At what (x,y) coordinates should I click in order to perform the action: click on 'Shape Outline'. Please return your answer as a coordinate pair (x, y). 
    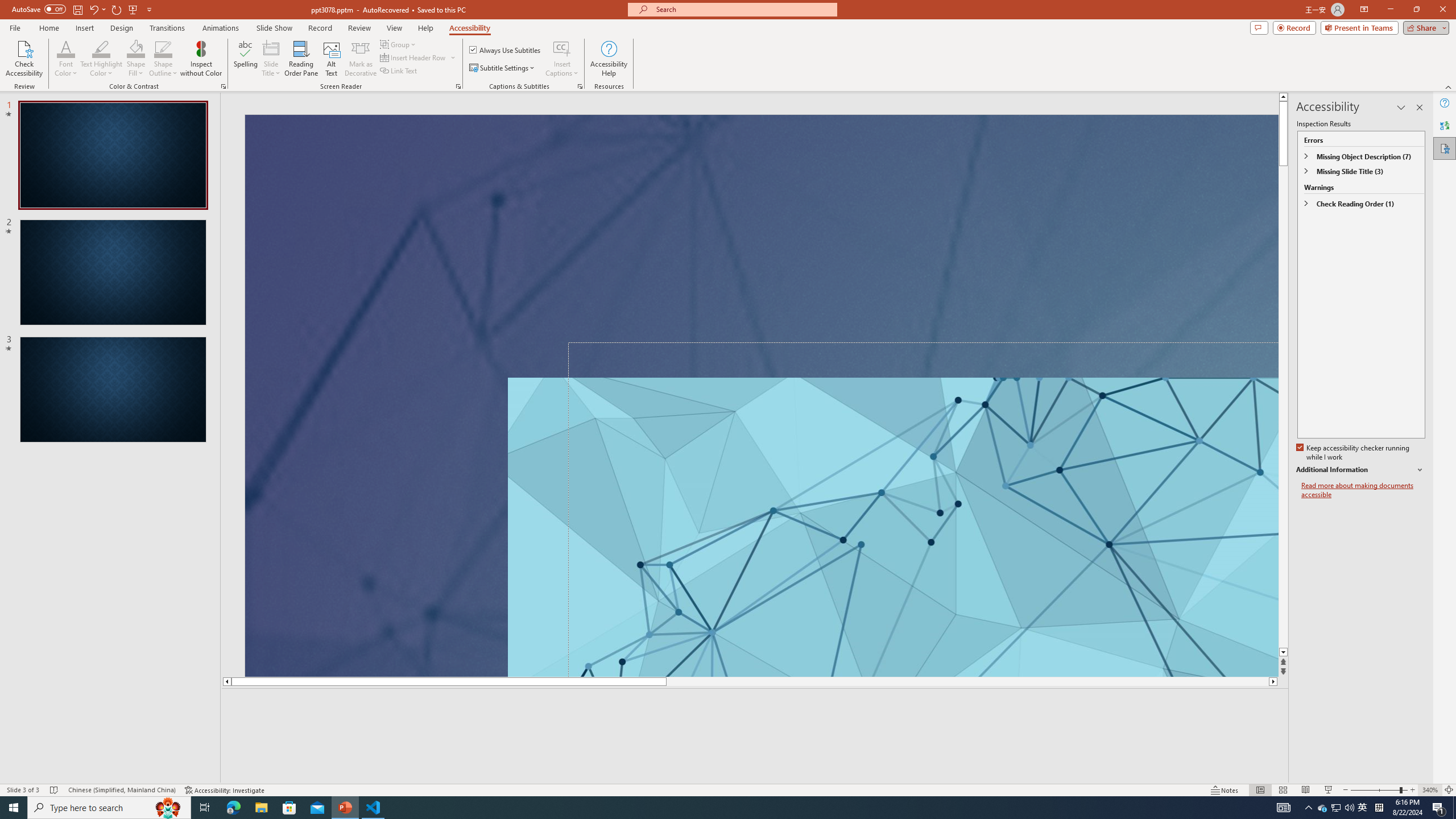
    Looking at the image, I should click on (164, 59).